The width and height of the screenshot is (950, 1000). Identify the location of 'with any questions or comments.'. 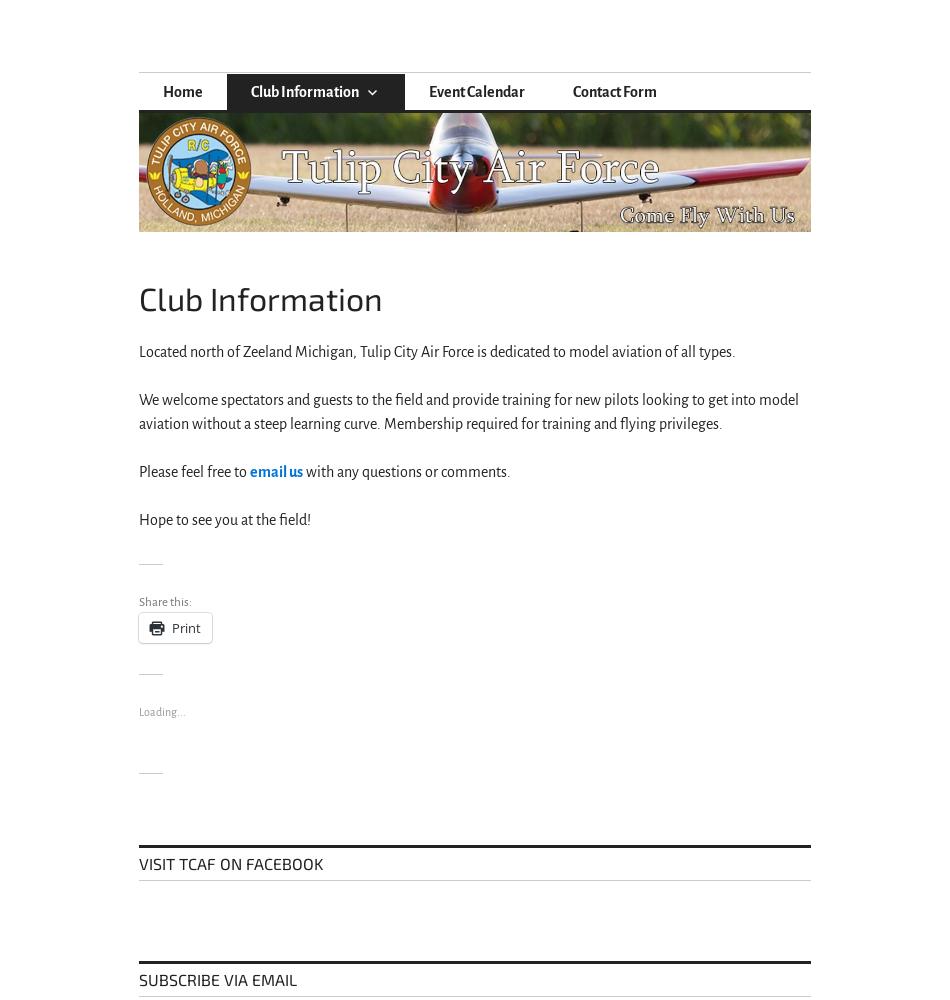
(301, 471).